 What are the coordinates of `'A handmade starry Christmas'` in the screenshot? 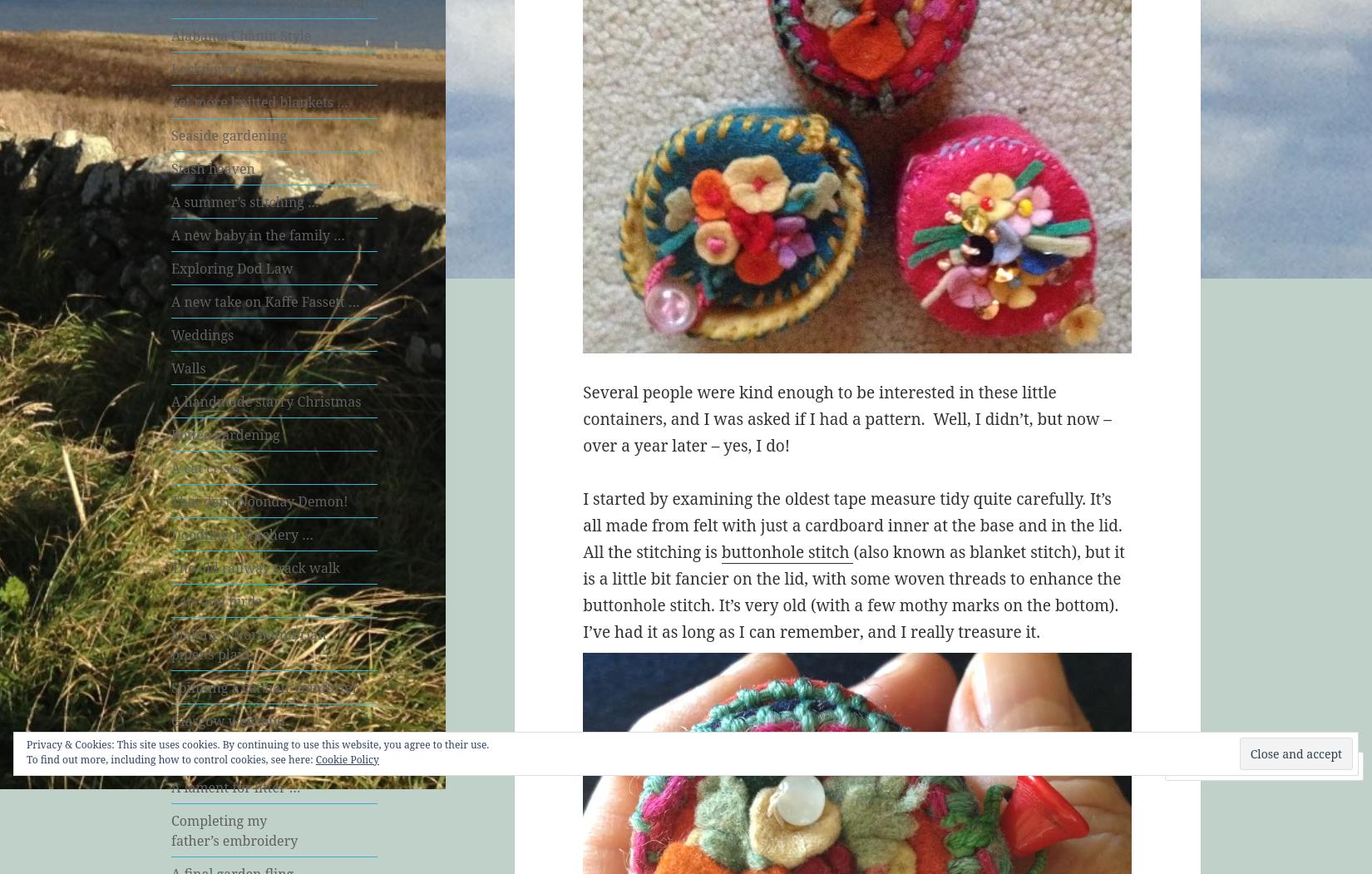 It's located at (265, 399).